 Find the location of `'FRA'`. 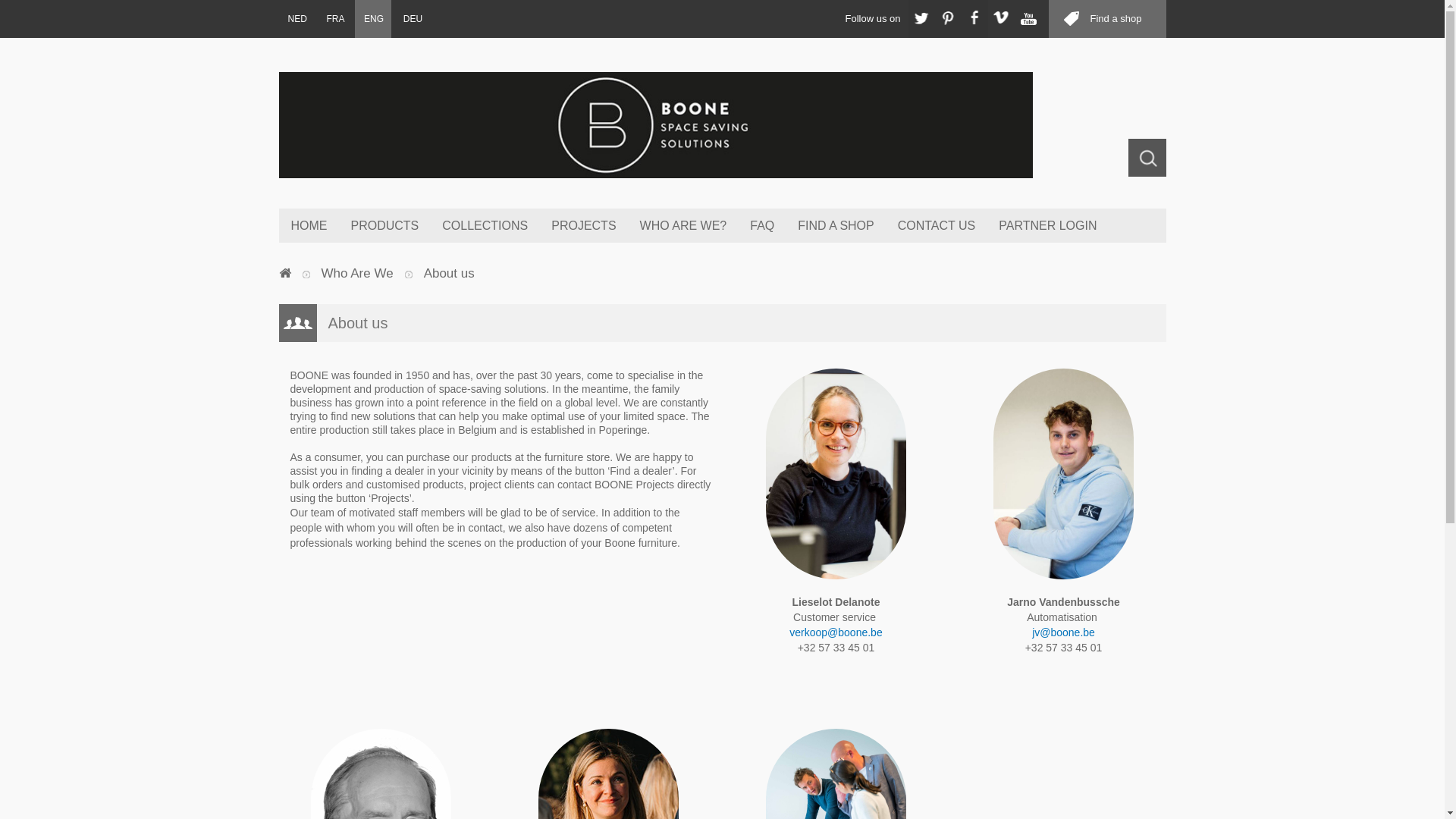

'FRA' is located at coordinates (334, 18).